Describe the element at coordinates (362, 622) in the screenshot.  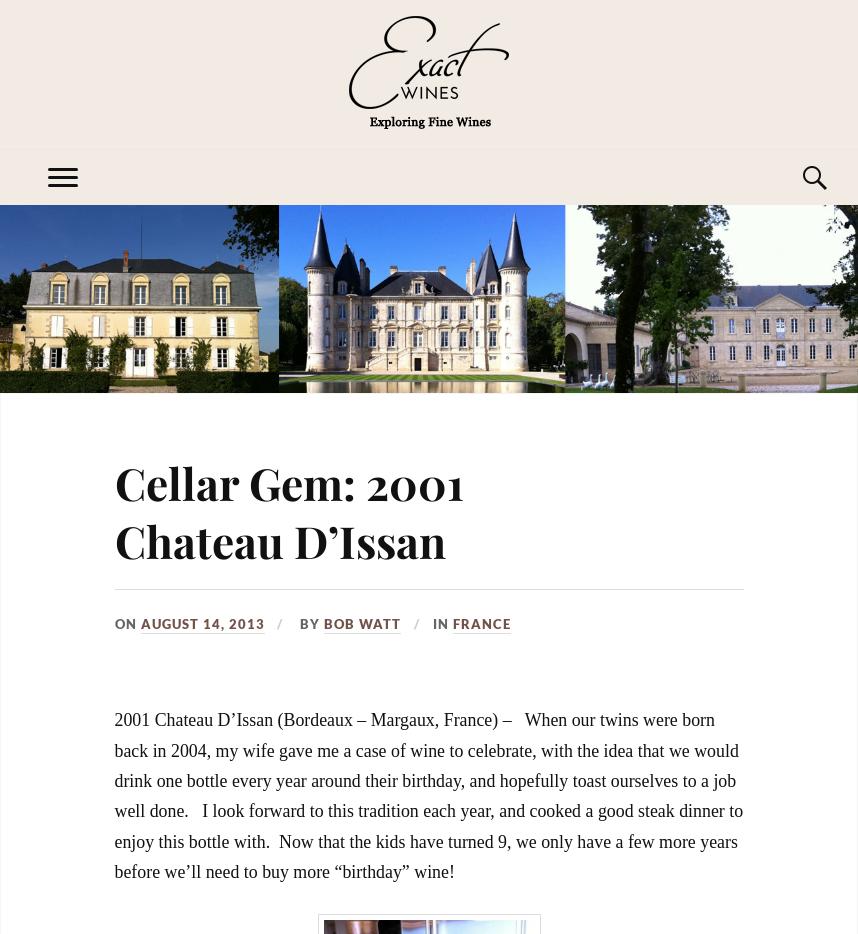
I see `'Bob Watt'` at that location.